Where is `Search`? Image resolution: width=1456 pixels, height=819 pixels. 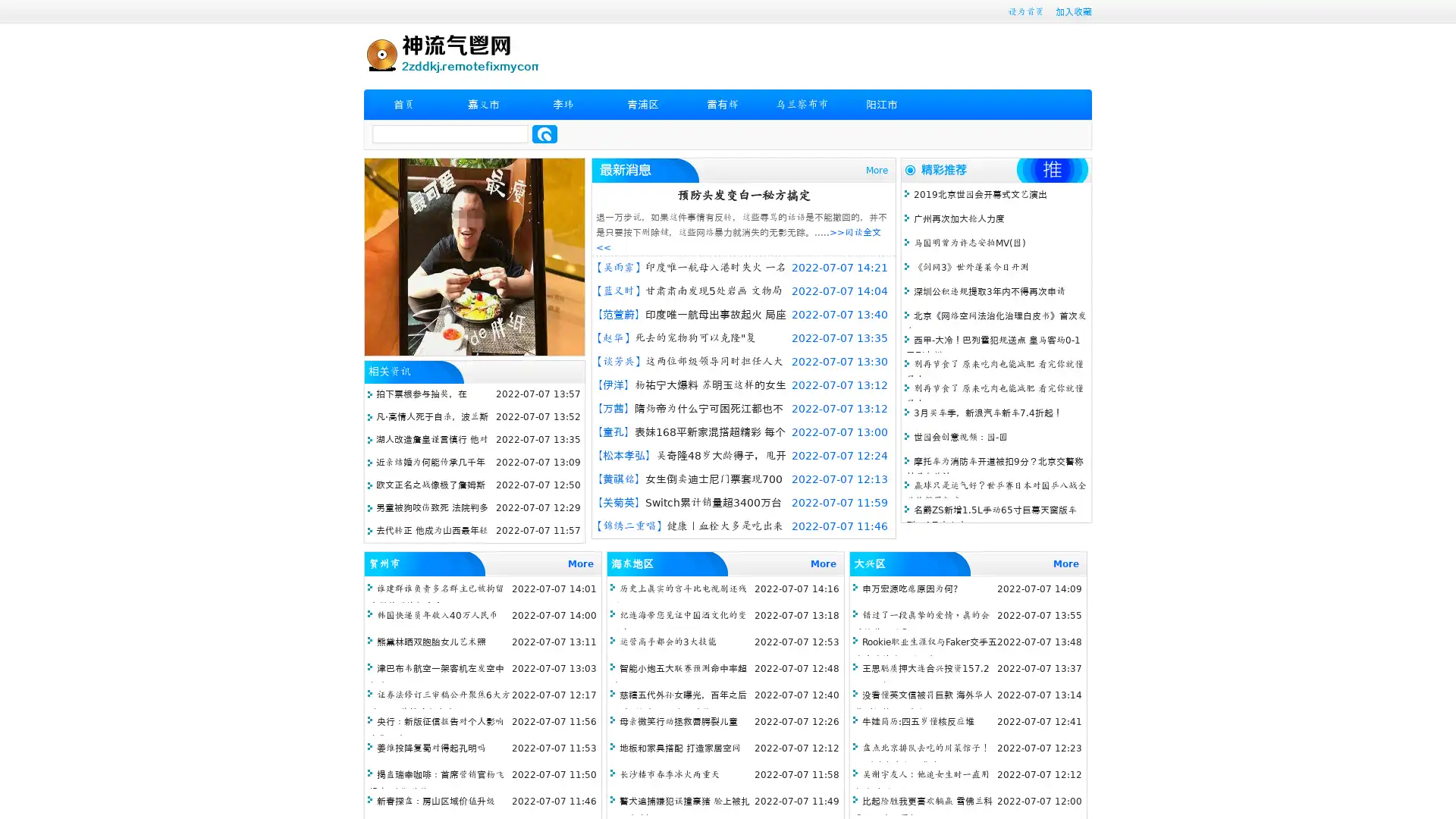 Search is located at coordinates (544, 133).